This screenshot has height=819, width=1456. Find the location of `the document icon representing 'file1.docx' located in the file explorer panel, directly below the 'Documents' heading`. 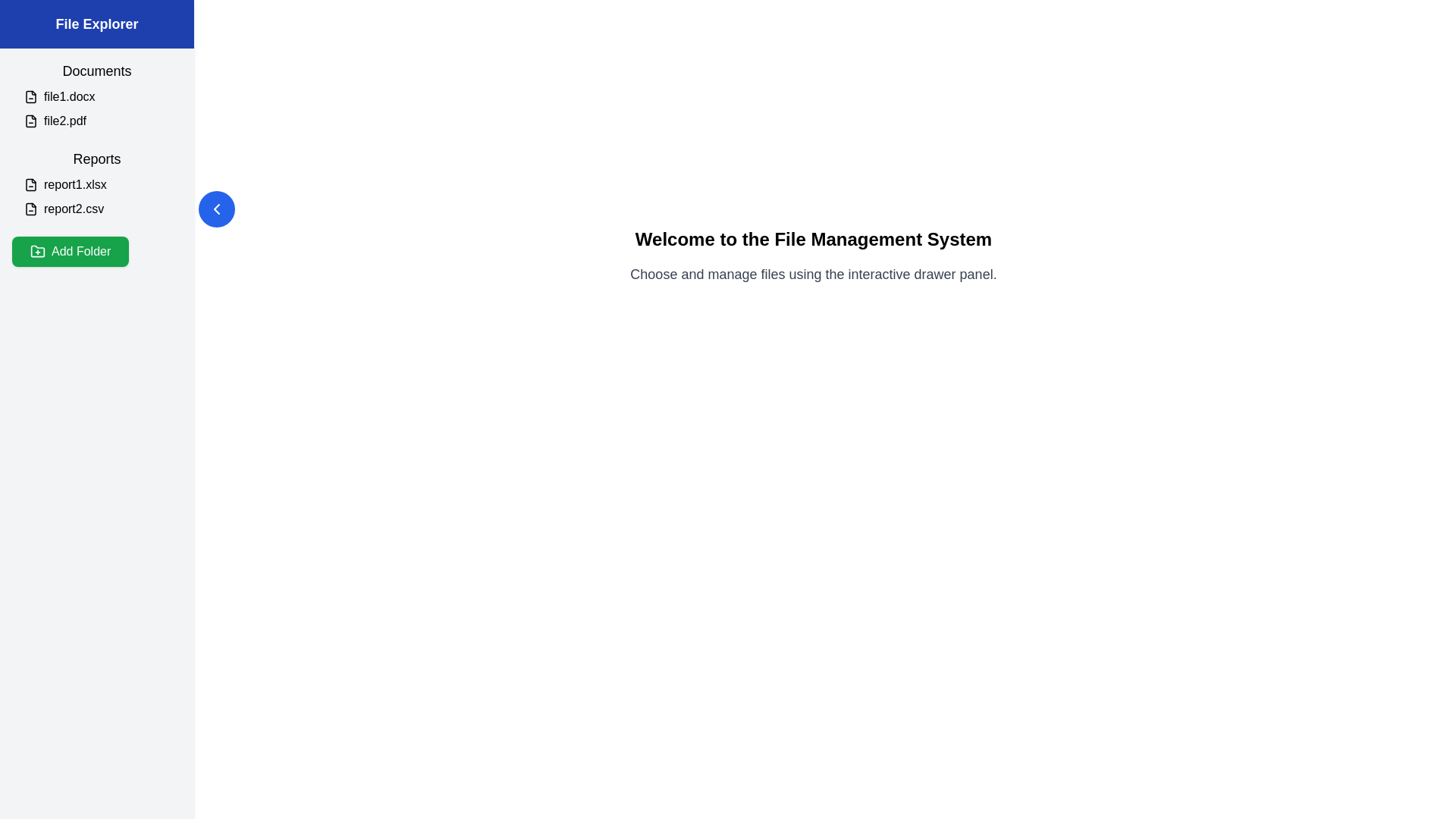

the document icon representing 'file1.docx' located in the file explorer panel, directly below the 'Documents' heading is located at coordinates (31, 96).